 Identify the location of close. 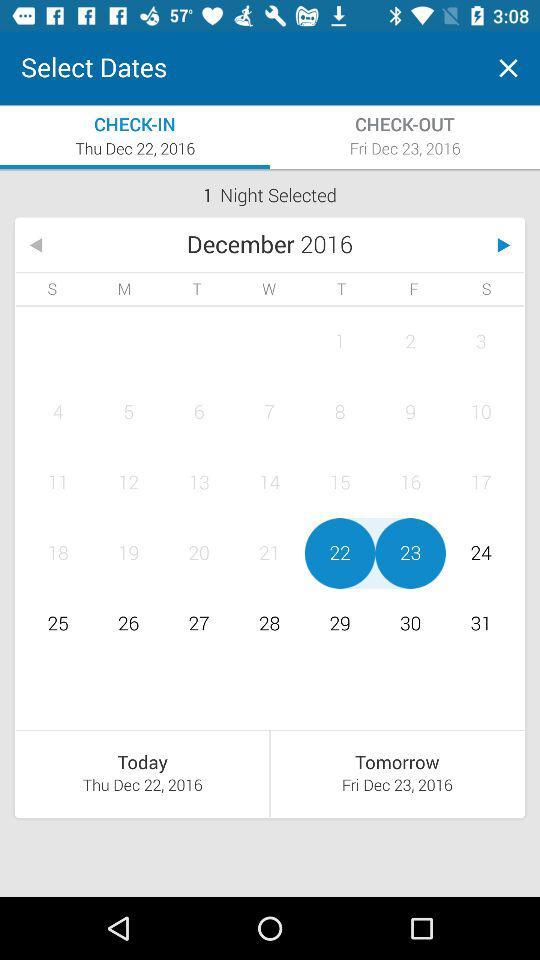
(508, 68).